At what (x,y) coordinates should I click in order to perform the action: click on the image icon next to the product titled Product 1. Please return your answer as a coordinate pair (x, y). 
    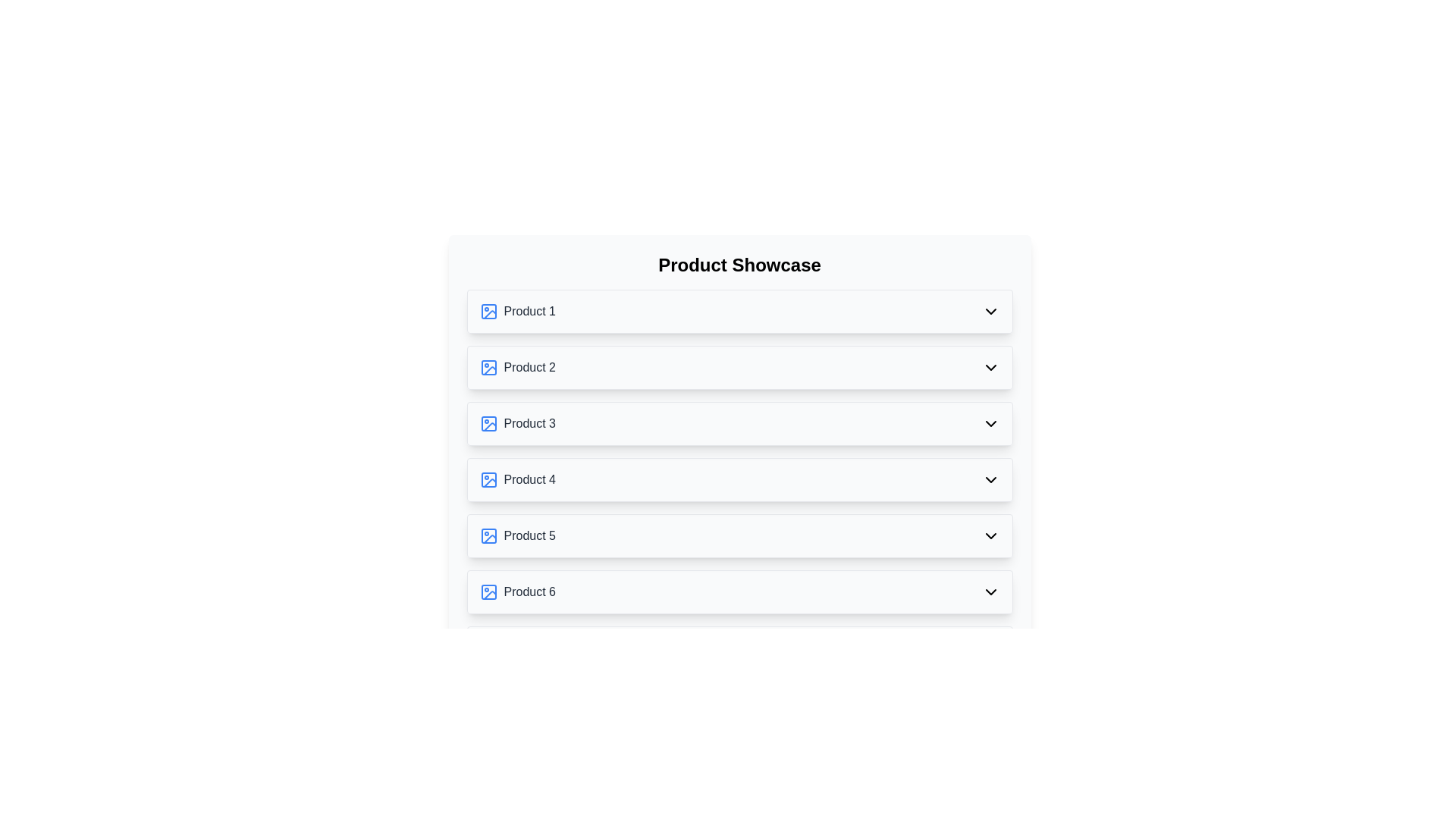
    Looking at the image, I should click on (488, 311).